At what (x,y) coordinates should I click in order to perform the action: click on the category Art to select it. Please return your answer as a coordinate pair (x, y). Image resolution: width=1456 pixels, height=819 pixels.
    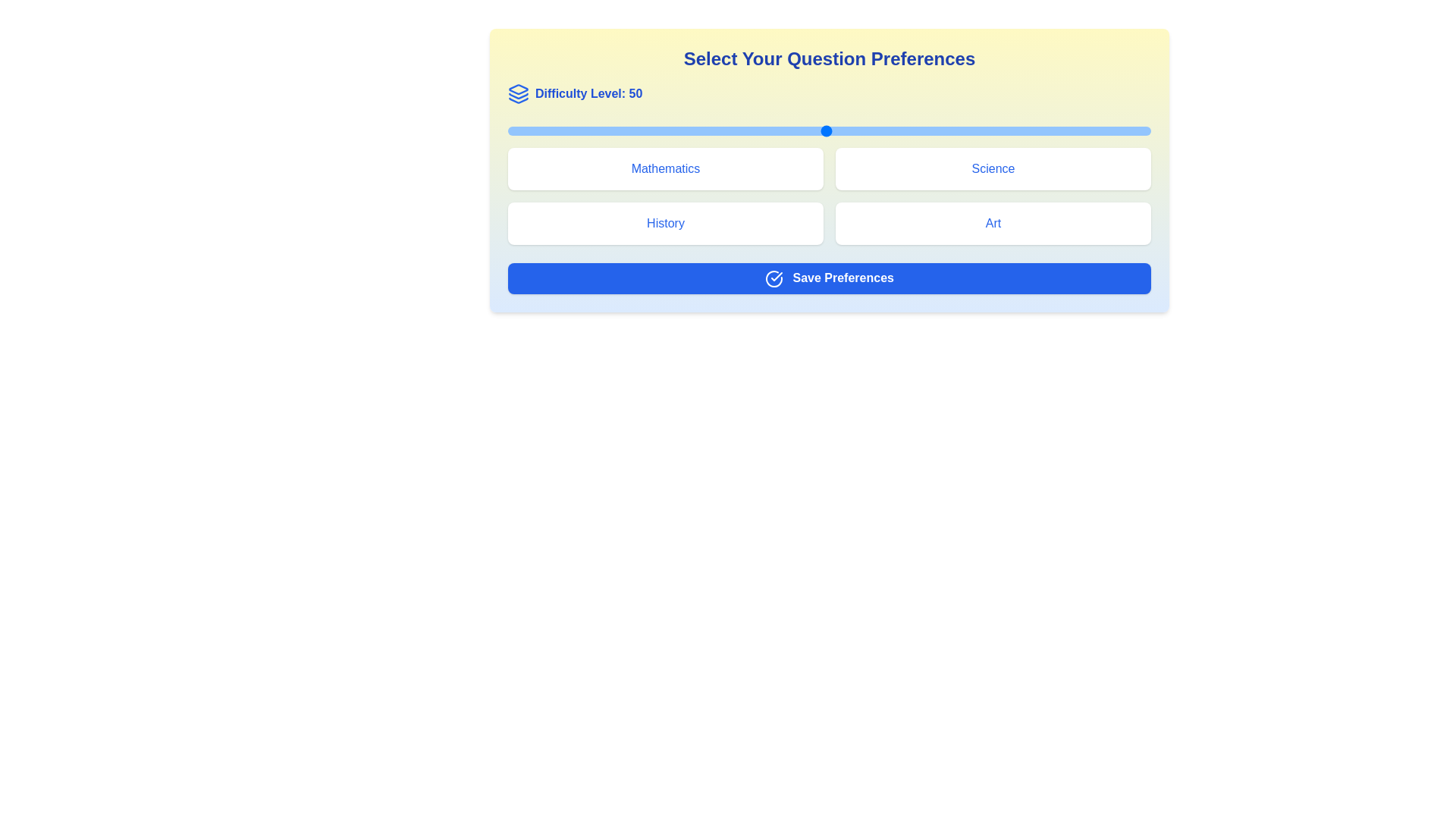
    Looking at the image, I should click on (993, 223).